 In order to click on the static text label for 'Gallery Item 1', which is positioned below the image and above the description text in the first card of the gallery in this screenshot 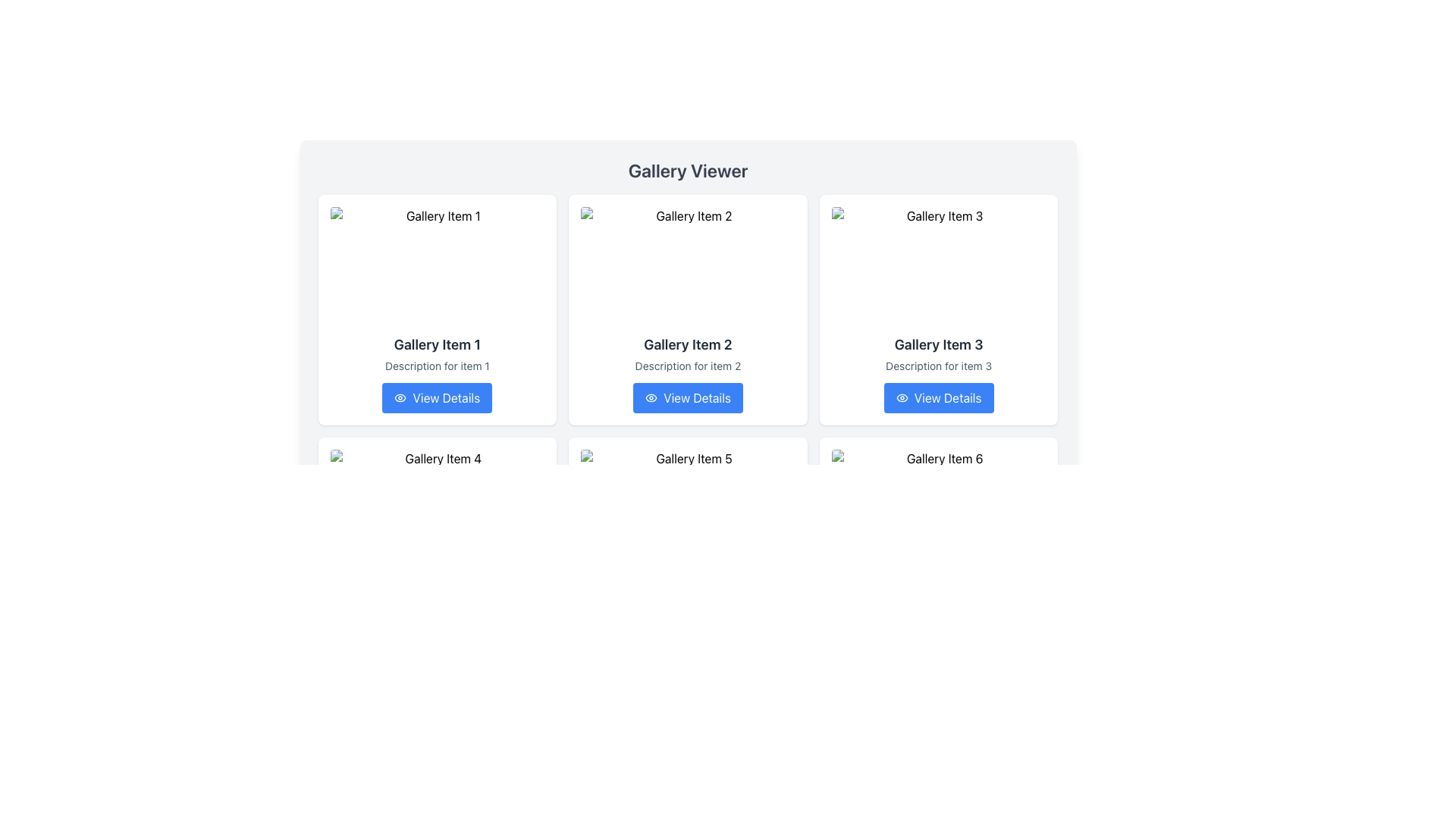, I will do `click(436, 345)`.